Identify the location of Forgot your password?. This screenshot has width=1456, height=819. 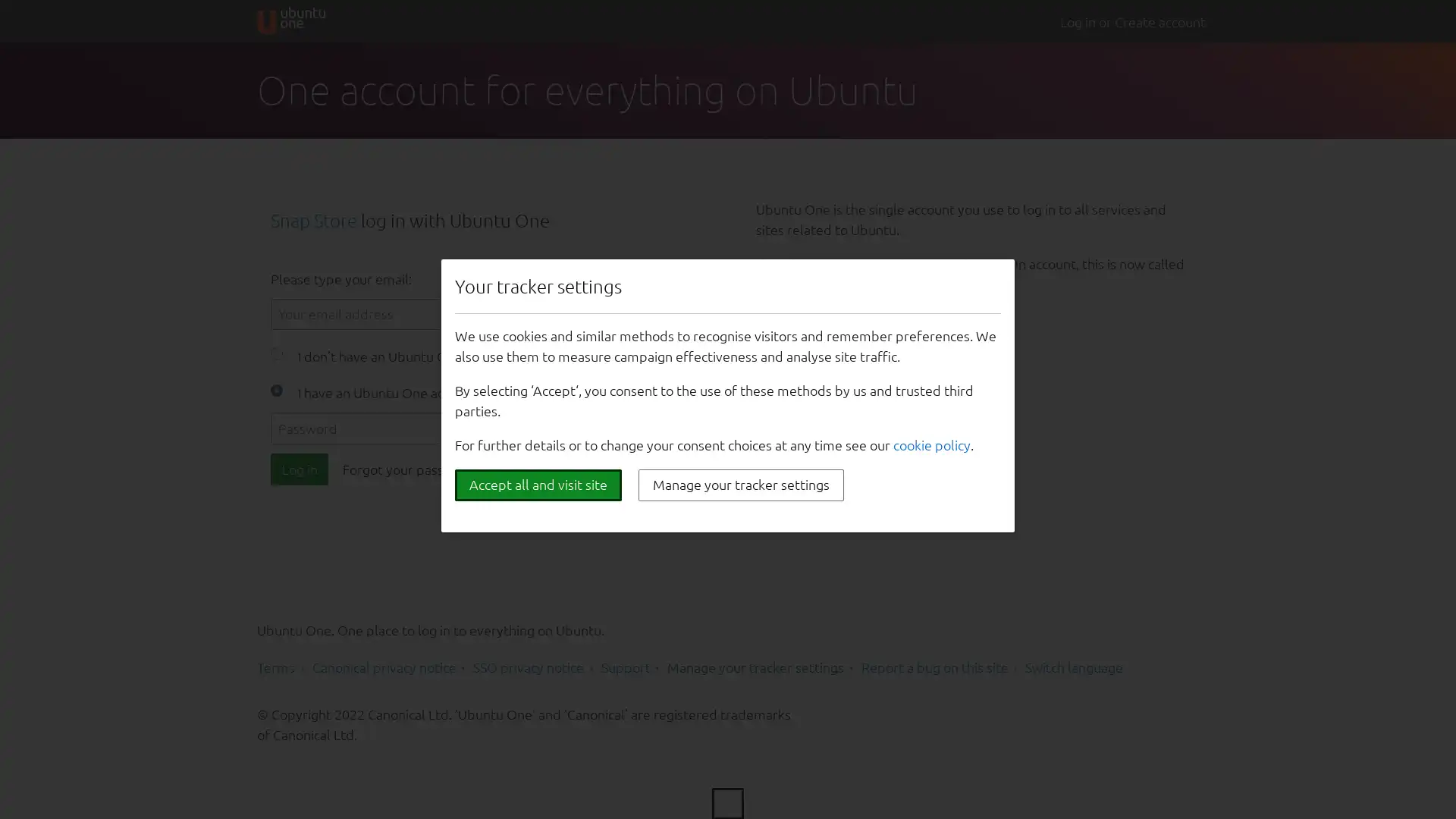
(411, 468).